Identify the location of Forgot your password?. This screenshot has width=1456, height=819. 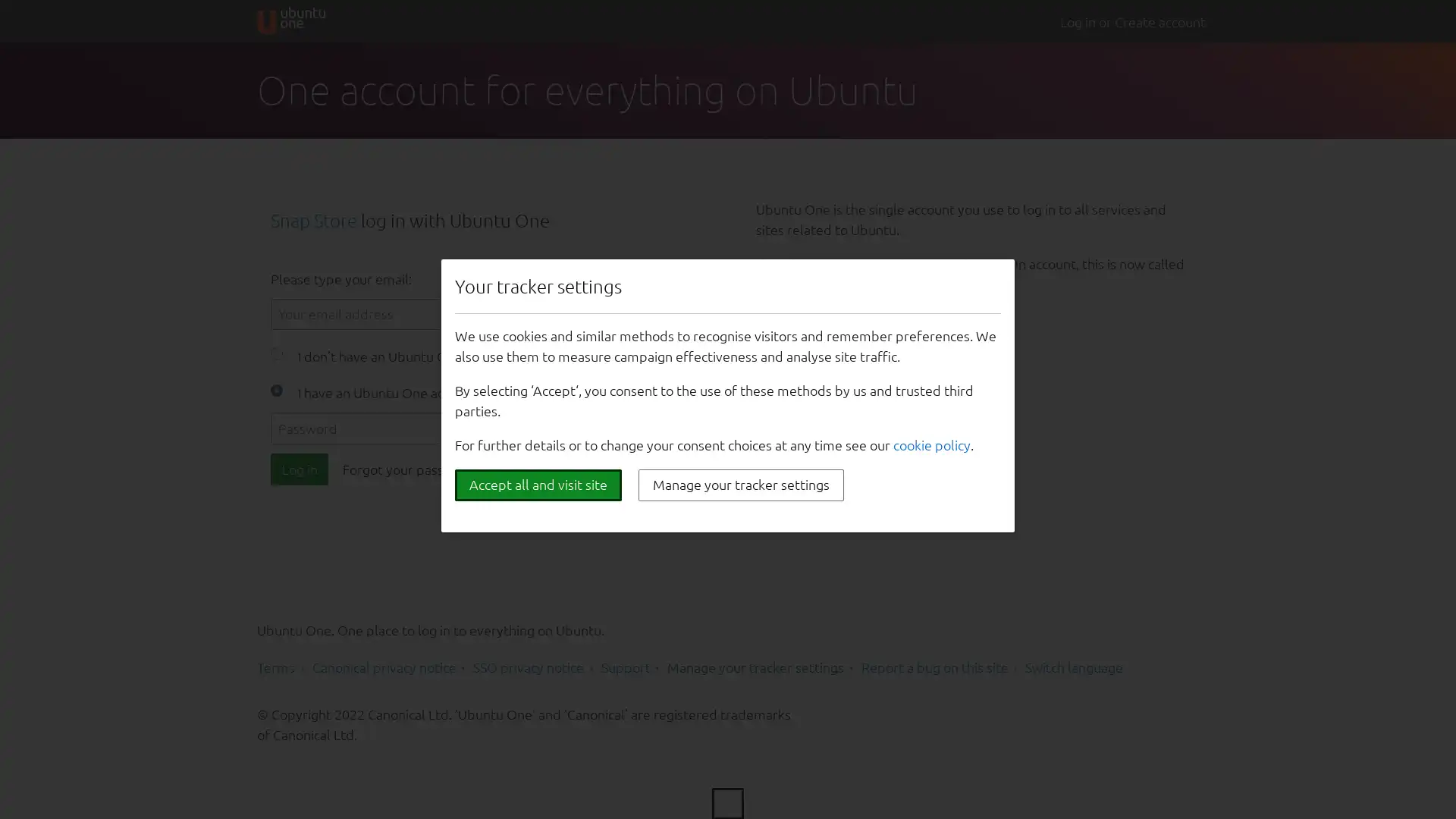
(411, 468).